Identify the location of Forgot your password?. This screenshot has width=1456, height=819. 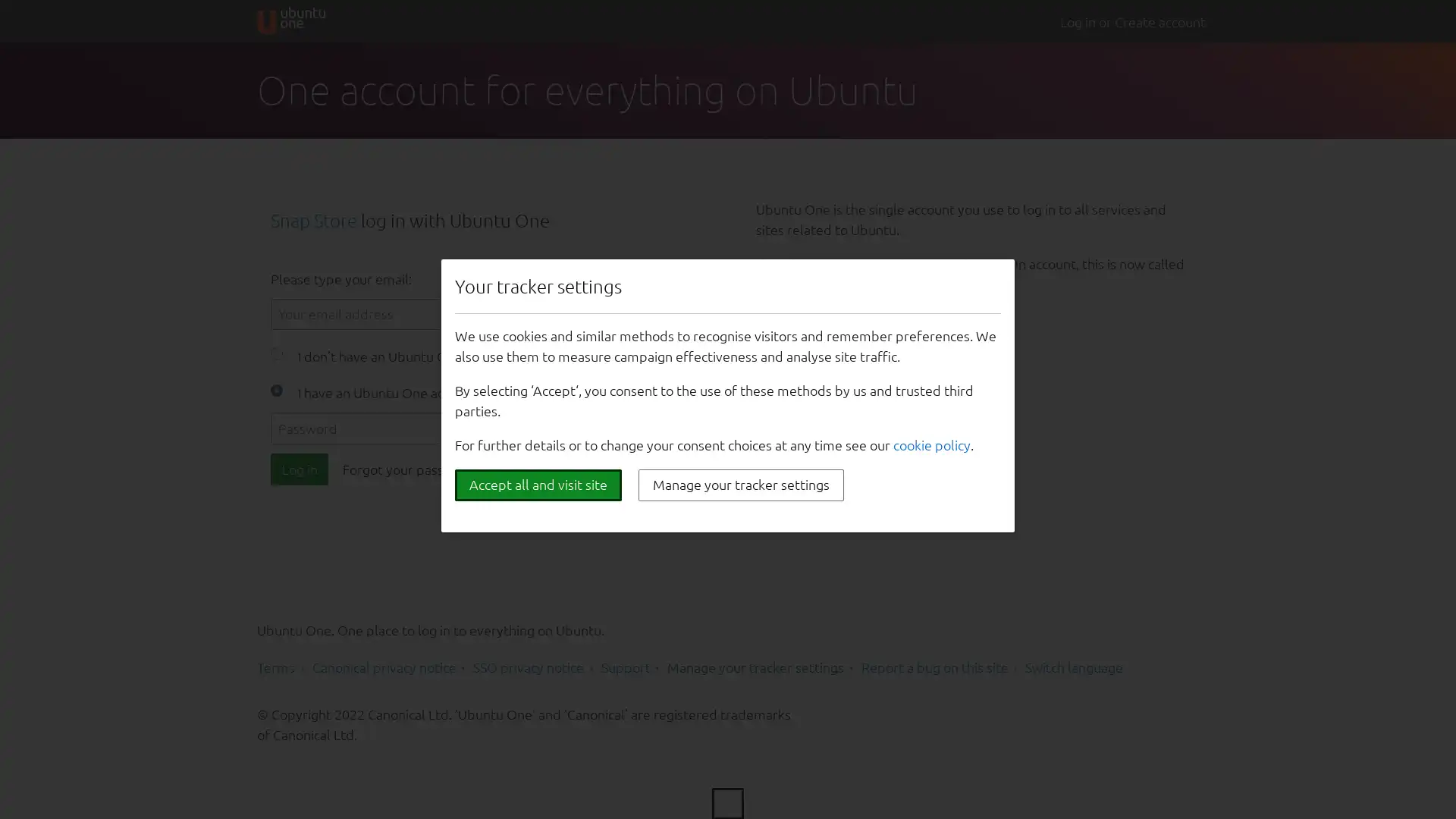
(411, 468).